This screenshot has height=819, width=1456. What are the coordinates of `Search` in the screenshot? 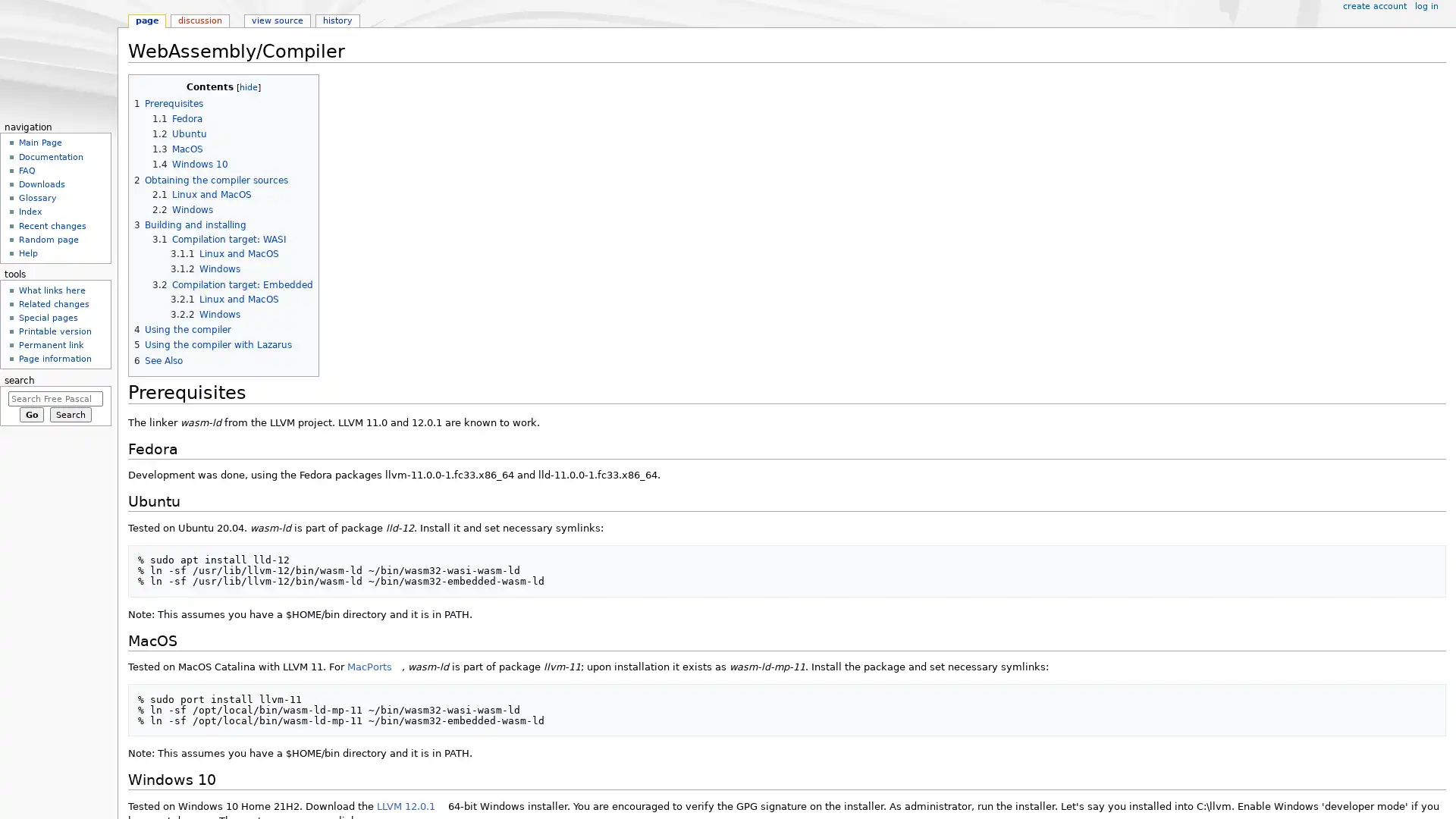 It's located at (70, 414).